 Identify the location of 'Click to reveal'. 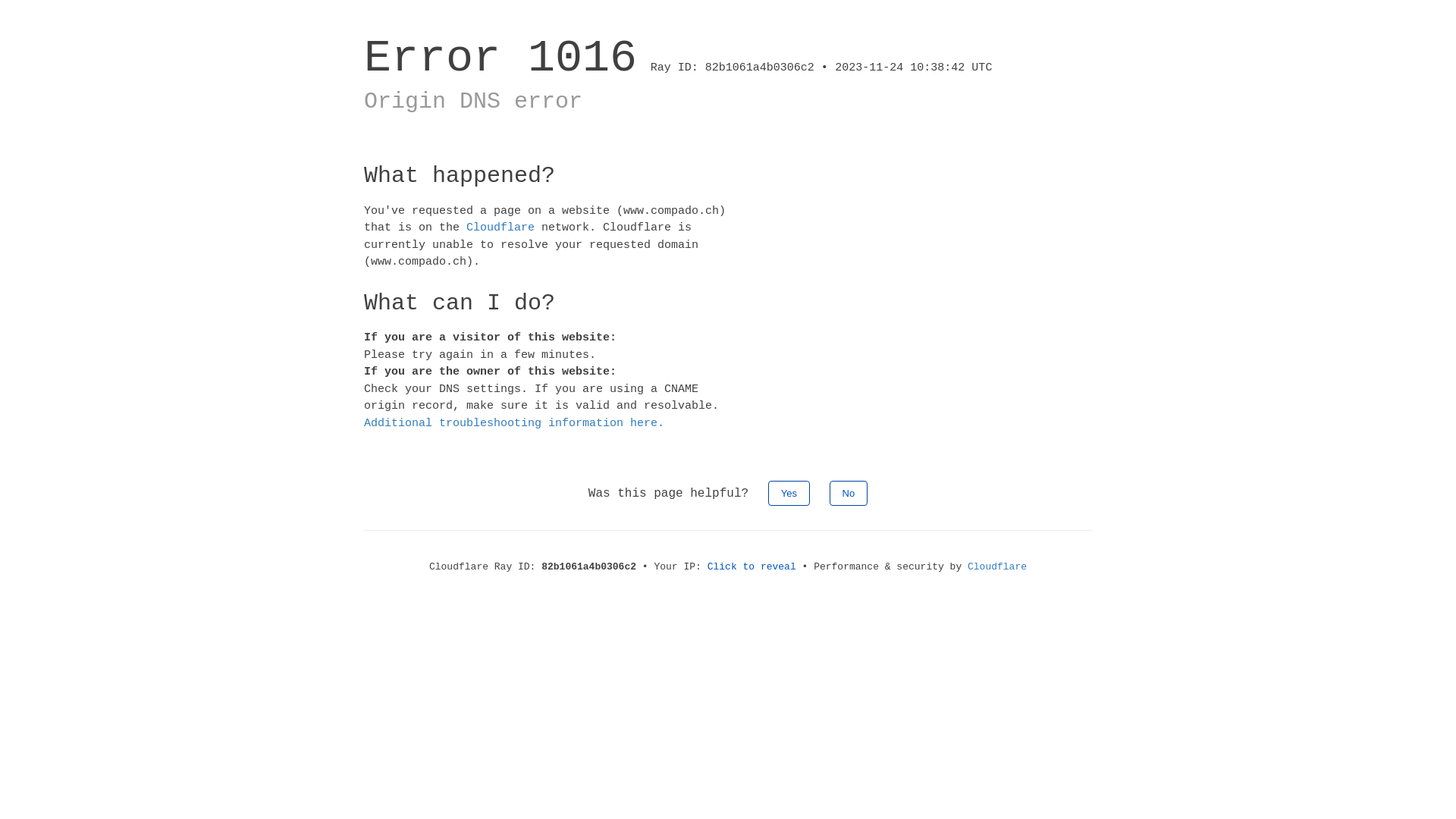
(752, 566).